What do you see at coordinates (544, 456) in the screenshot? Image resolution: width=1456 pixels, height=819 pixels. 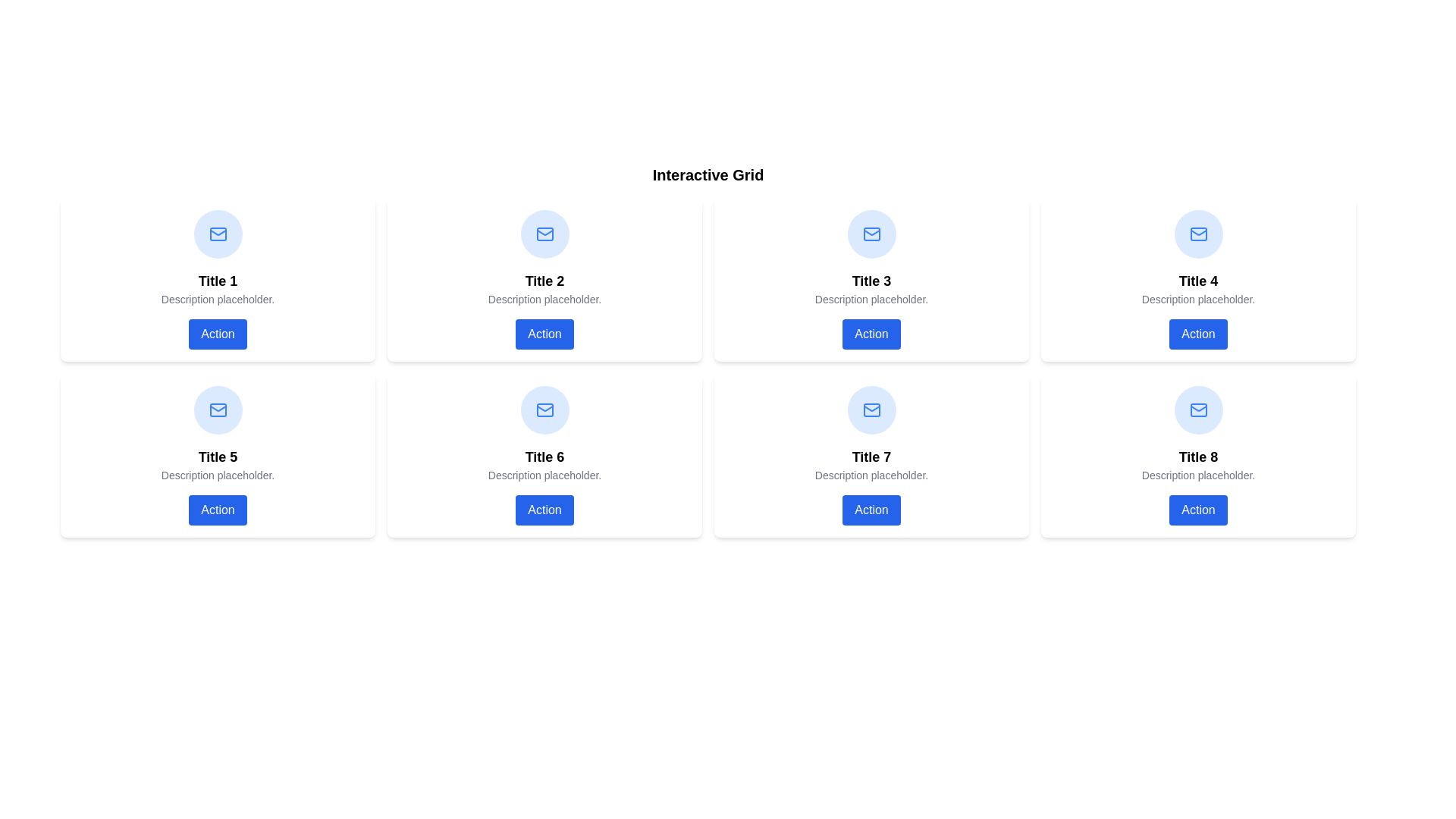 I see `the main title text component located in the second row and first column of the grid layout, which serves as a heading for the card` at bounding box center [544, 456].